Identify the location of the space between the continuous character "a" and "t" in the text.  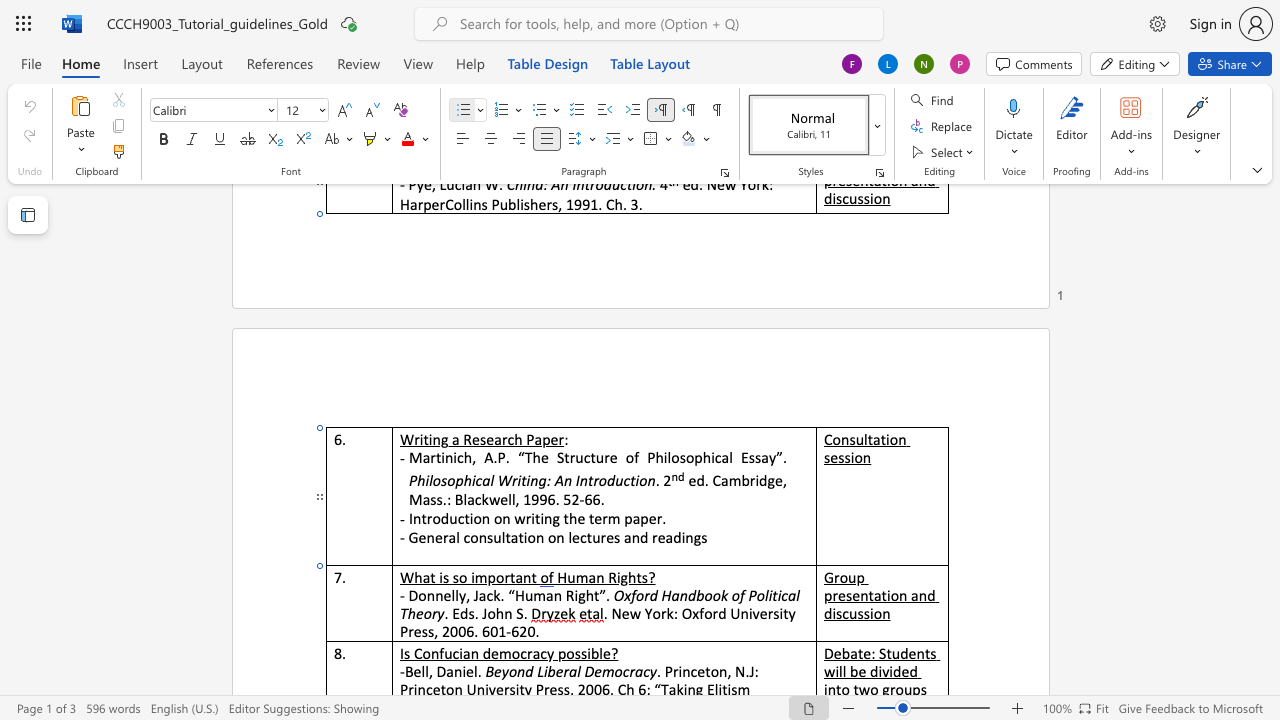
(428, 577).